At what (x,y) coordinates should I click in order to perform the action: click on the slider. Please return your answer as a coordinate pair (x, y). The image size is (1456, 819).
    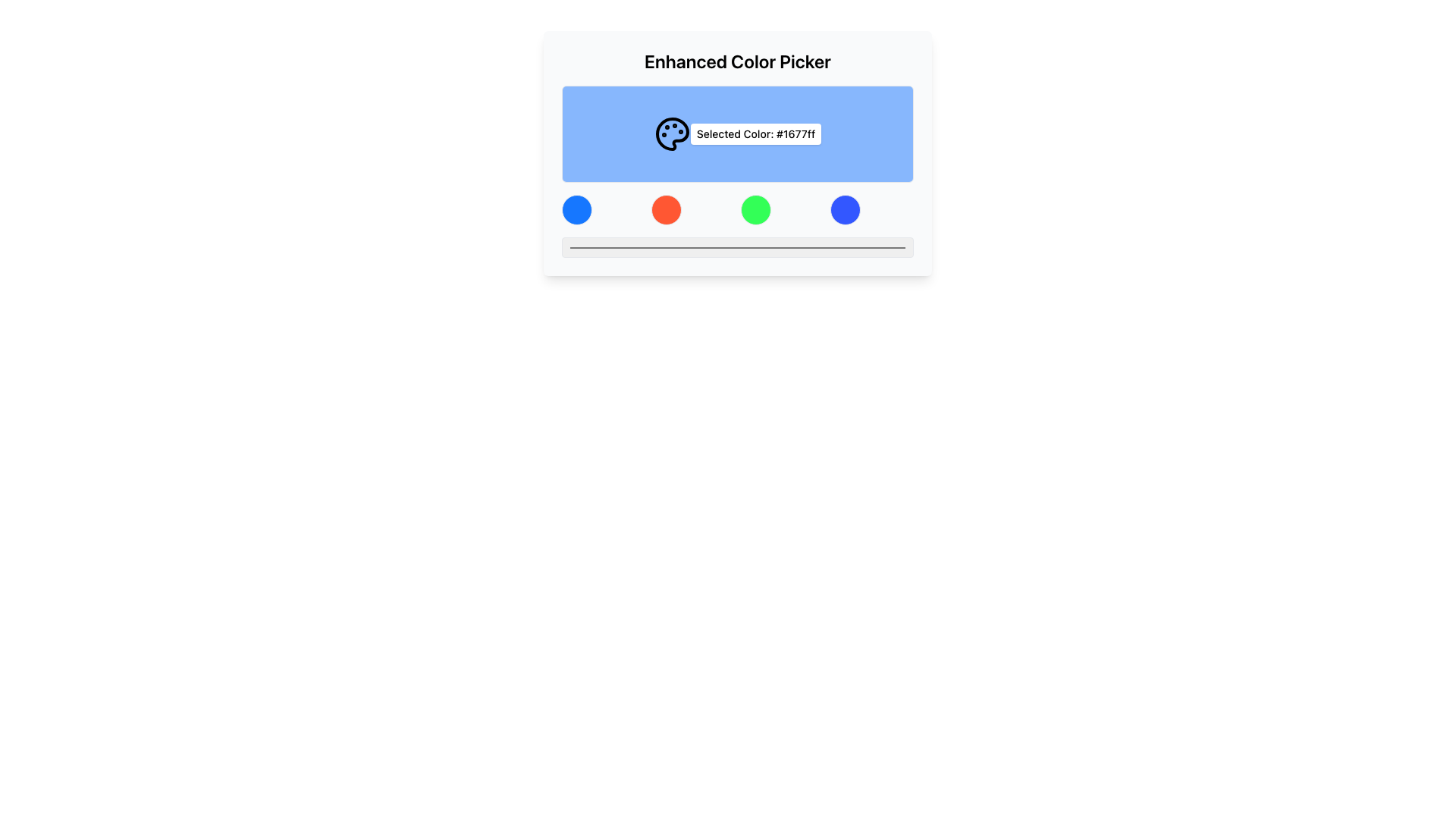
    Looking at the image, I should click on (653, 246).